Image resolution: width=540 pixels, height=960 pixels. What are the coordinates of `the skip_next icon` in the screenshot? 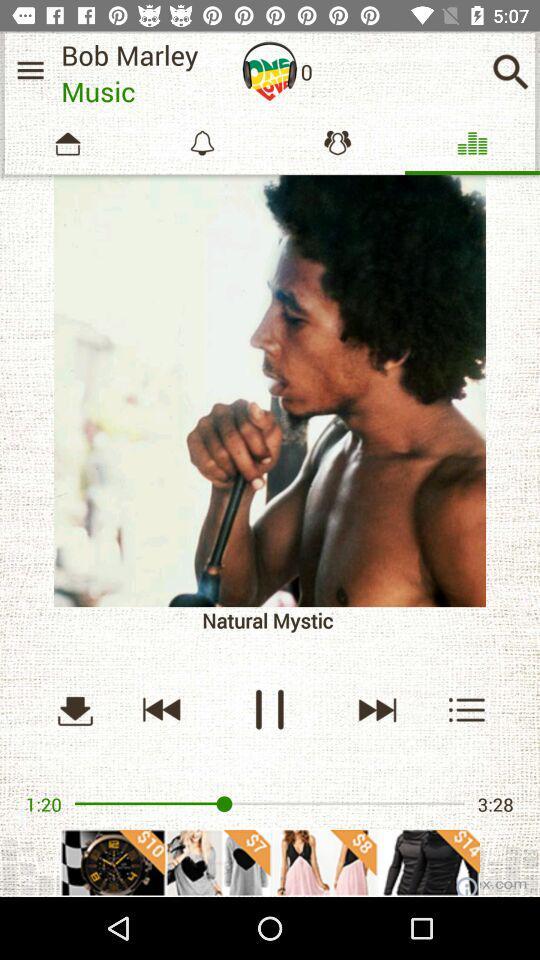 It's located at (376, 709).